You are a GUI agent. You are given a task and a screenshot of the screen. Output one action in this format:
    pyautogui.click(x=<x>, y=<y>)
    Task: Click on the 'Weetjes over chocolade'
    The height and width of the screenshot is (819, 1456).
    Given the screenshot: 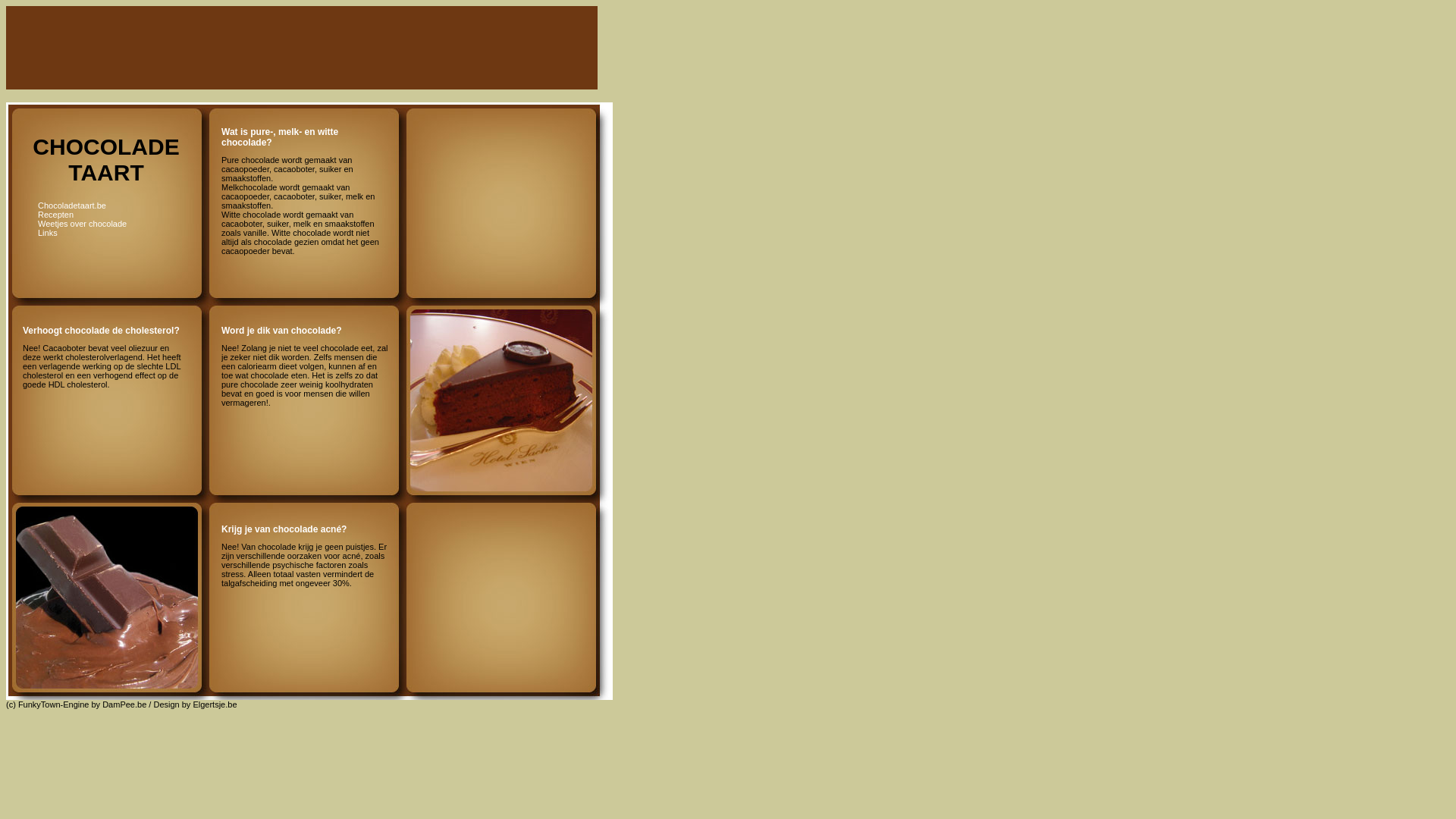 What is the action you would take?
    pyautogui.click(x=81, y=223)
    